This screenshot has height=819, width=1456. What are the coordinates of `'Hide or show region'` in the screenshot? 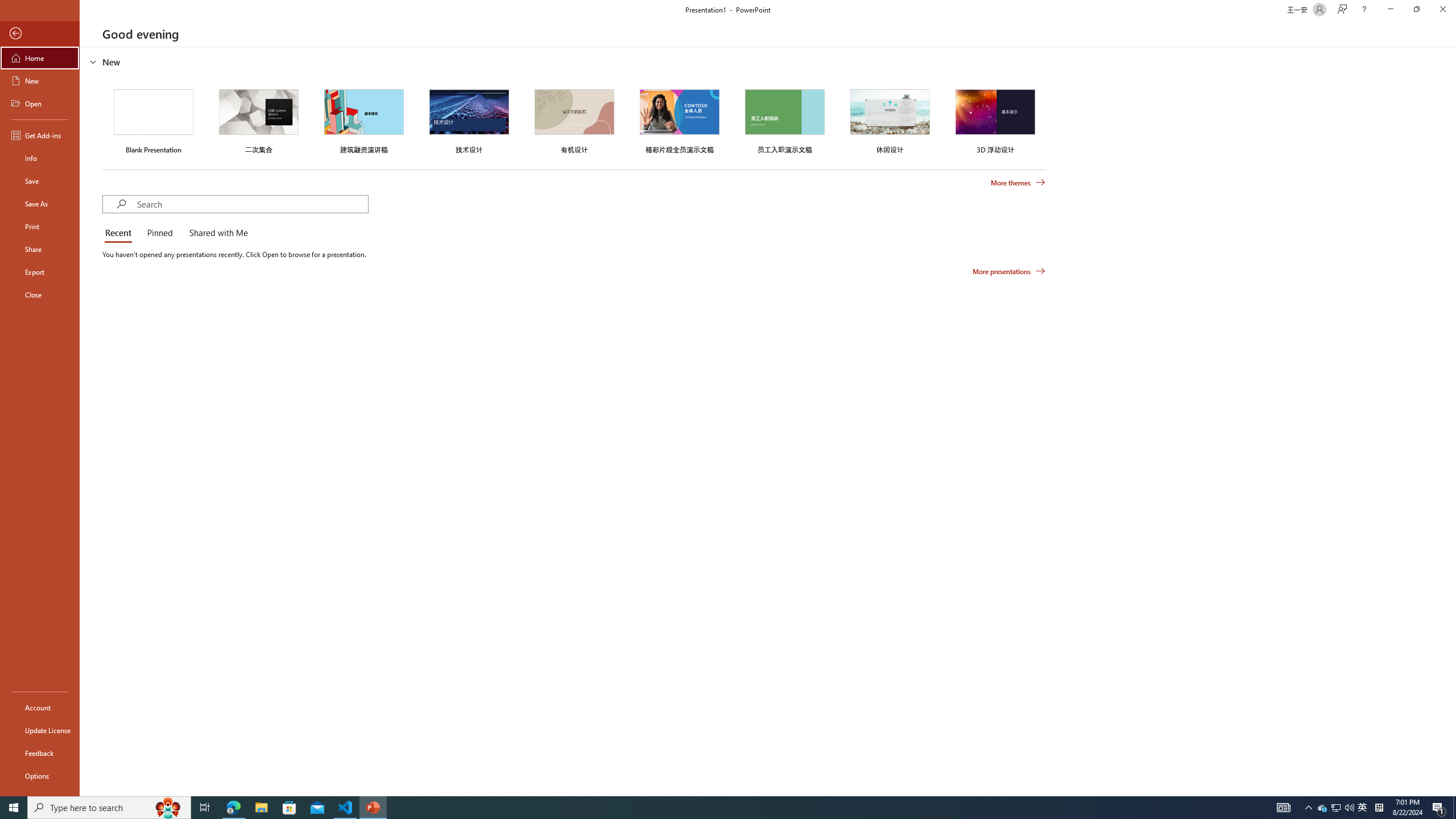 It's located at (93, 61).